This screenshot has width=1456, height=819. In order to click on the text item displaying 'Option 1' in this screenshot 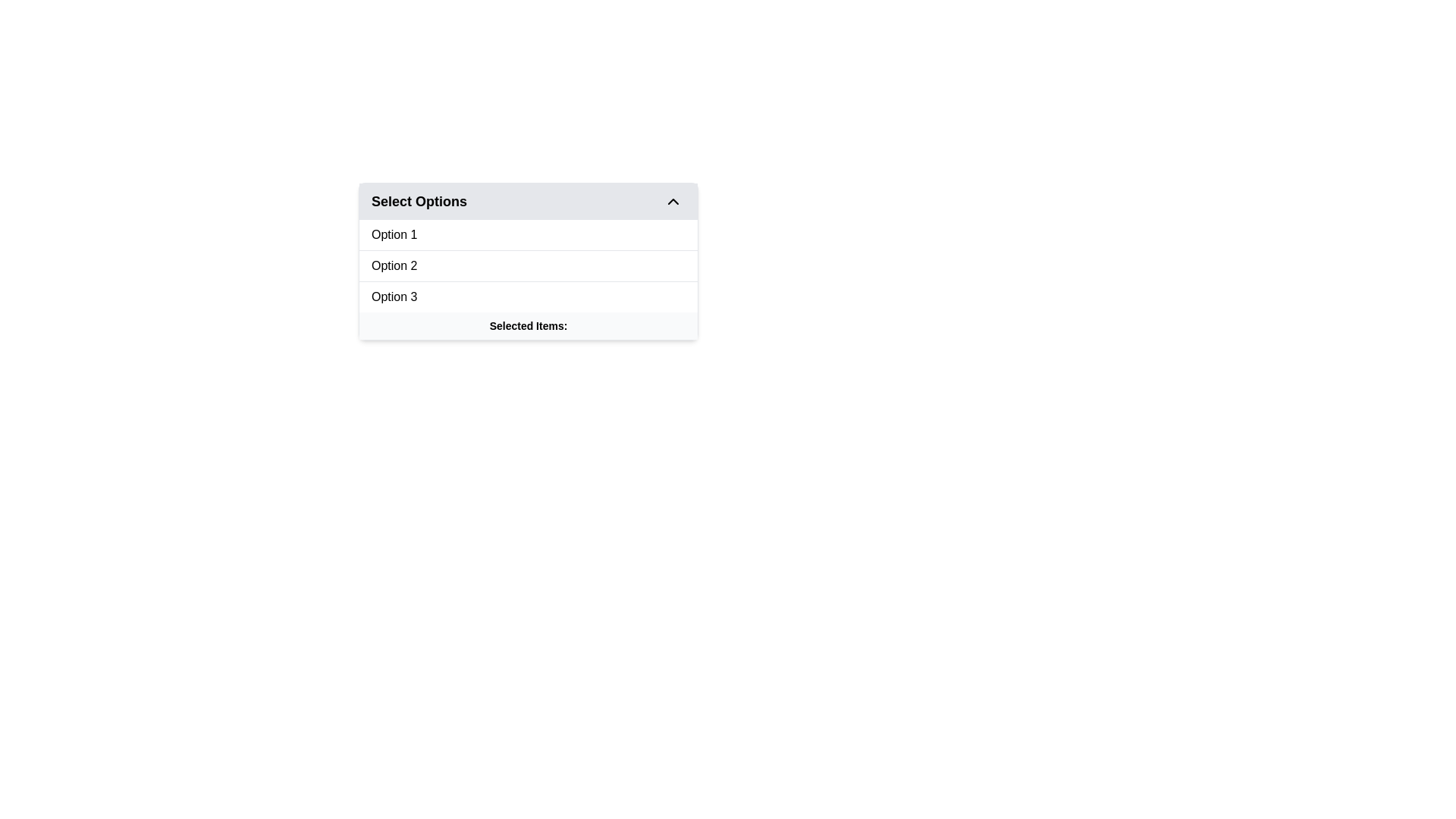, I will do `click(394, 234)`.